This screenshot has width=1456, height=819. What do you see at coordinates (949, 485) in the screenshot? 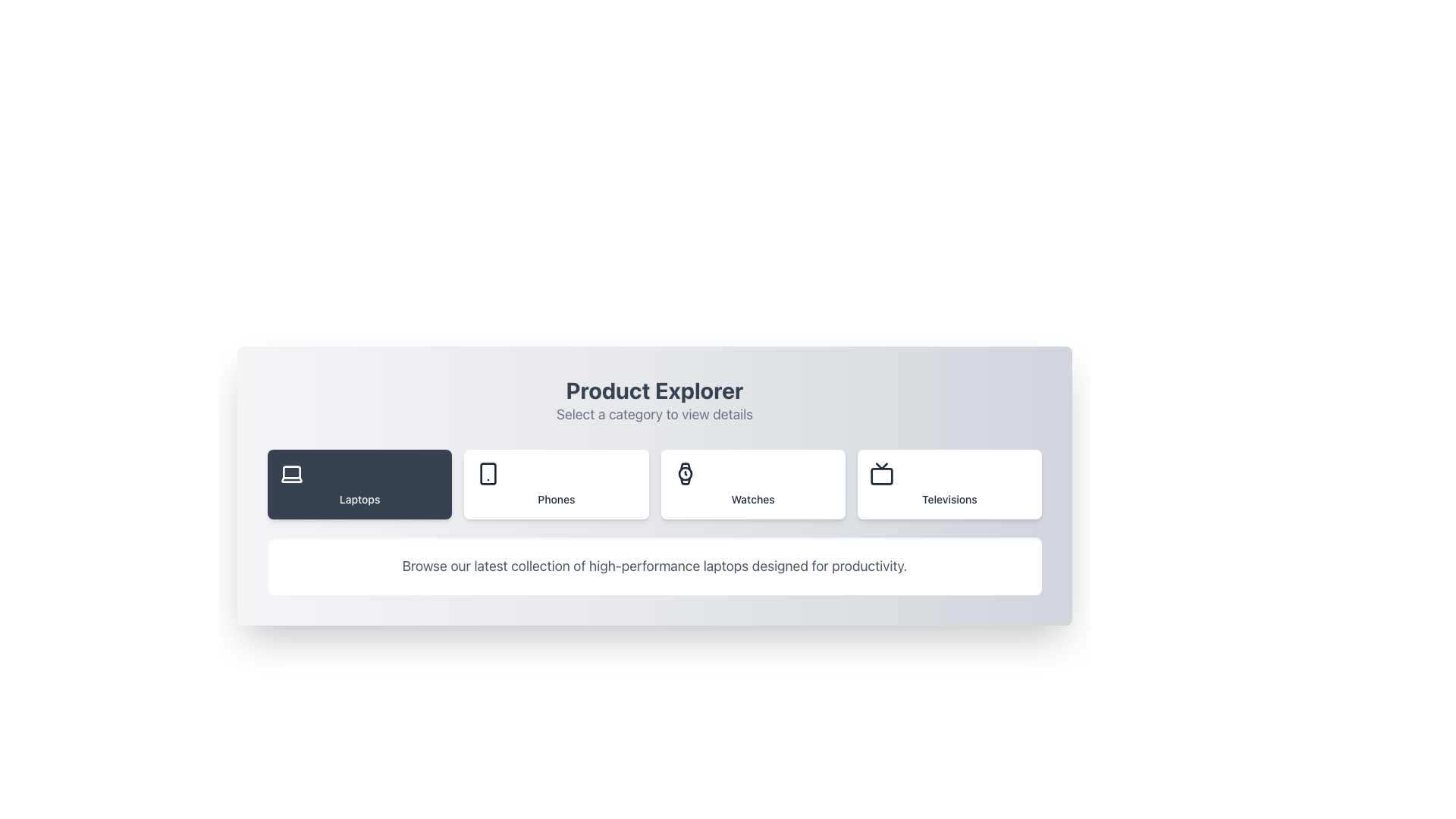
I see `the 'Televisions' category button, which is the last button in a horizontal grid of four buttons, to apply a hover effect` at bounding box center [949, 485].